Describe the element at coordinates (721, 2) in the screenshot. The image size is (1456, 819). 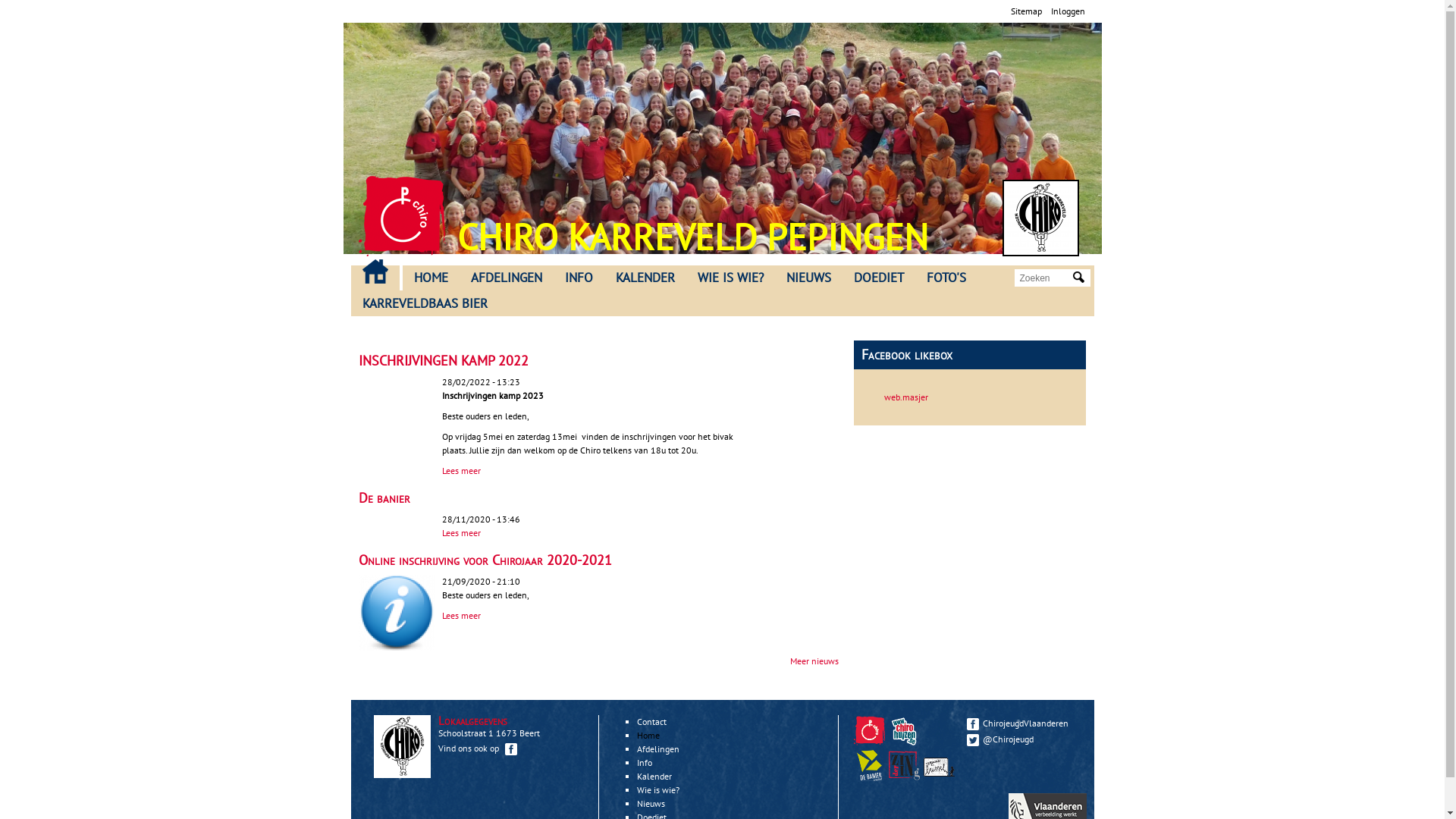
I see `'Jump to navigation'` at that location.